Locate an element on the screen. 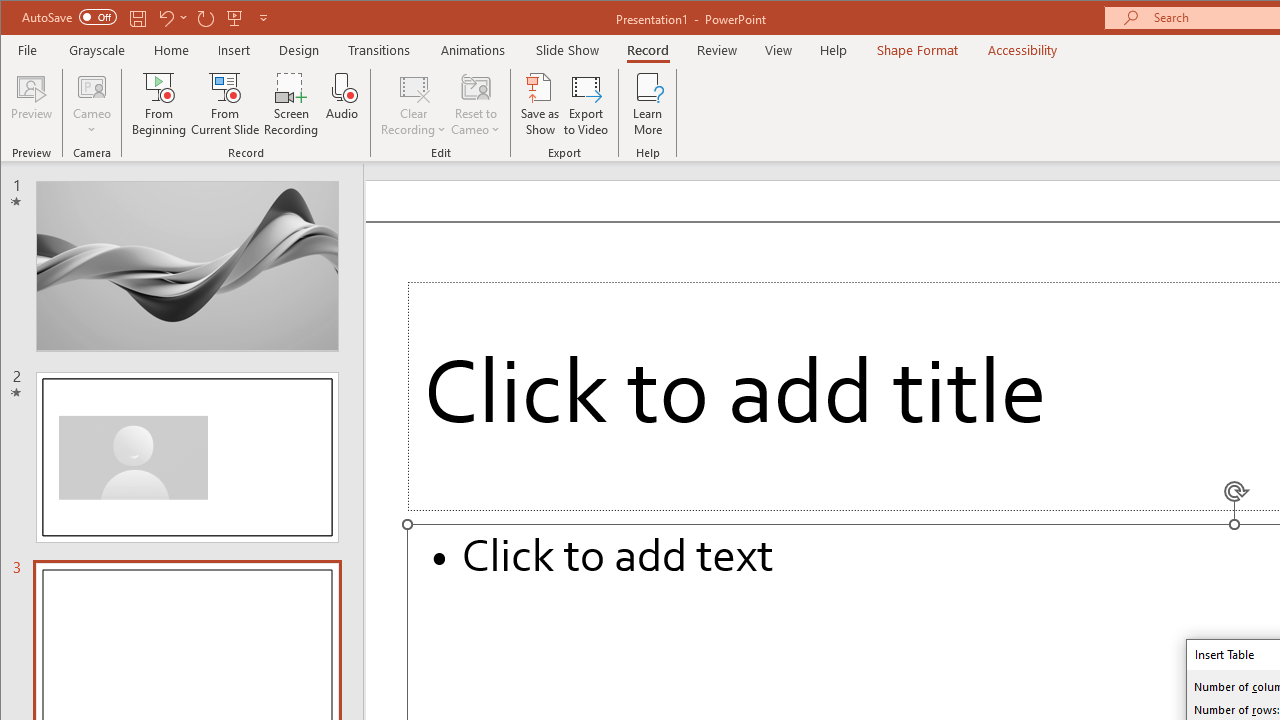 The width and height of the screenshot is (1280, 720). 'Shape Format' is located at coordinates (916, 49).